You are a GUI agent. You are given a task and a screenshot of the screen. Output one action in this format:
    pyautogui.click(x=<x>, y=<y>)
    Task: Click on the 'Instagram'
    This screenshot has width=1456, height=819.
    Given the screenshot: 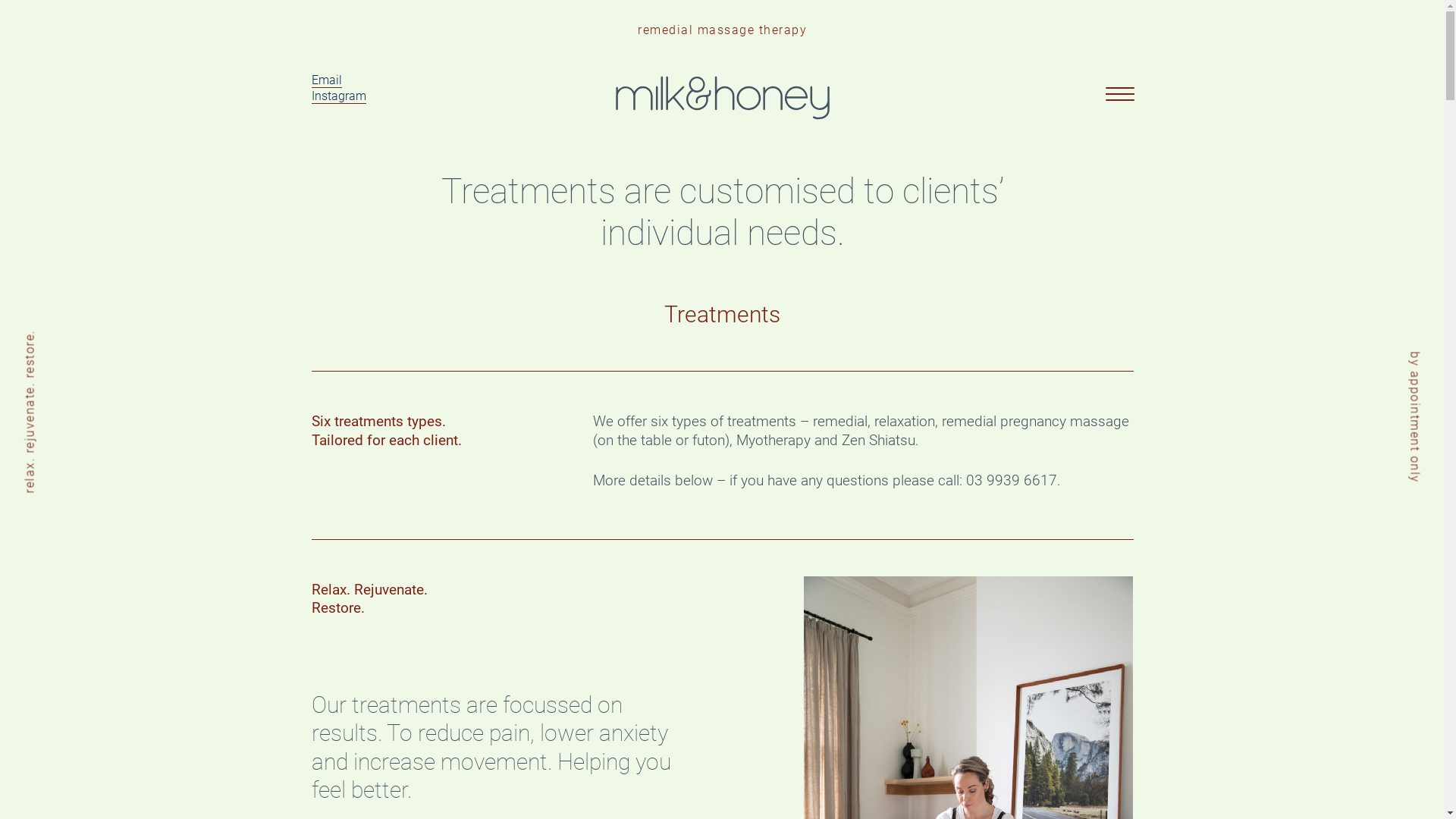 What is the action you would take?
    pyautogui.click(x=337, y=96)
    